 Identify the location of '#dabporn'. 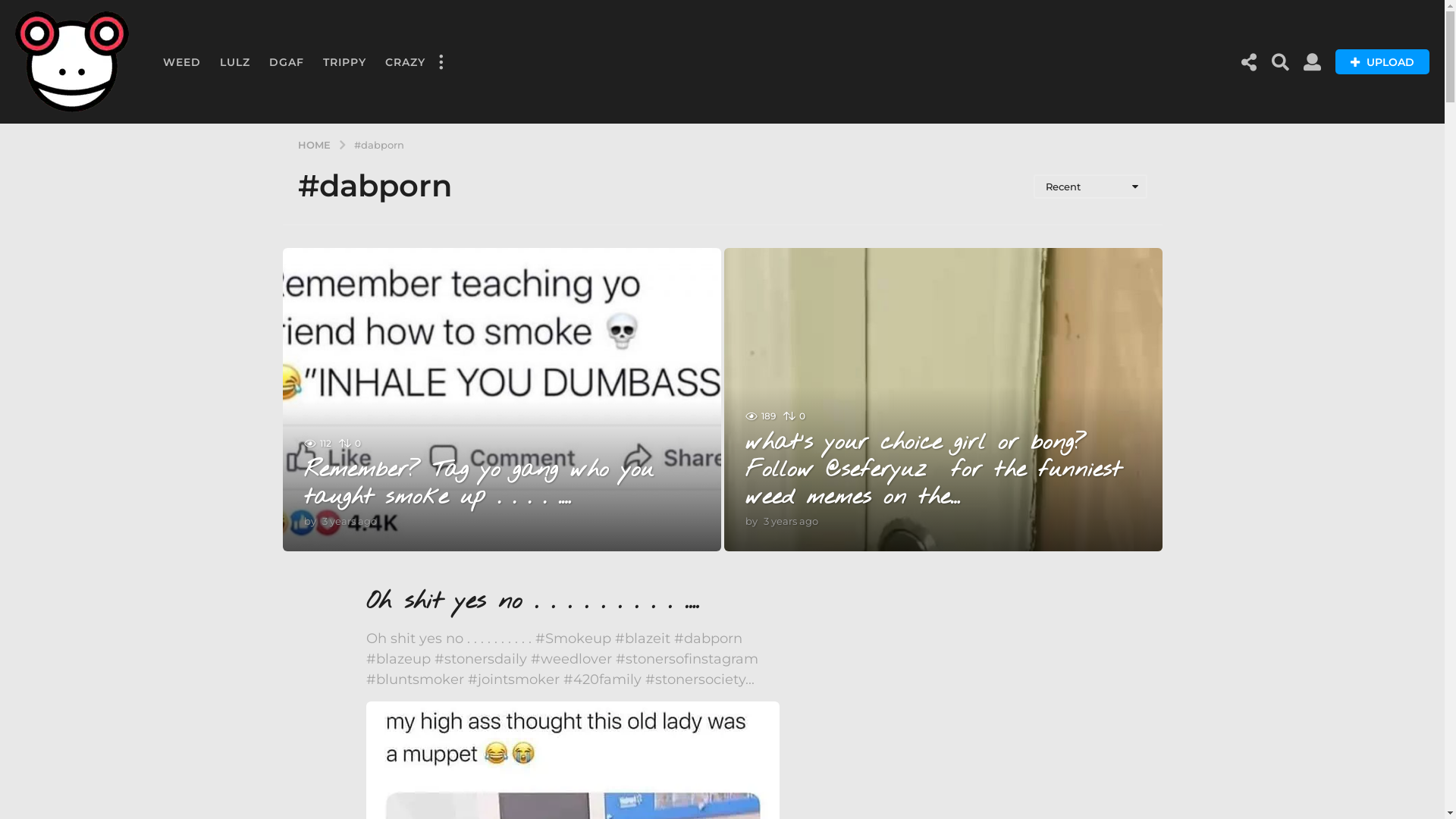
(378, 143).